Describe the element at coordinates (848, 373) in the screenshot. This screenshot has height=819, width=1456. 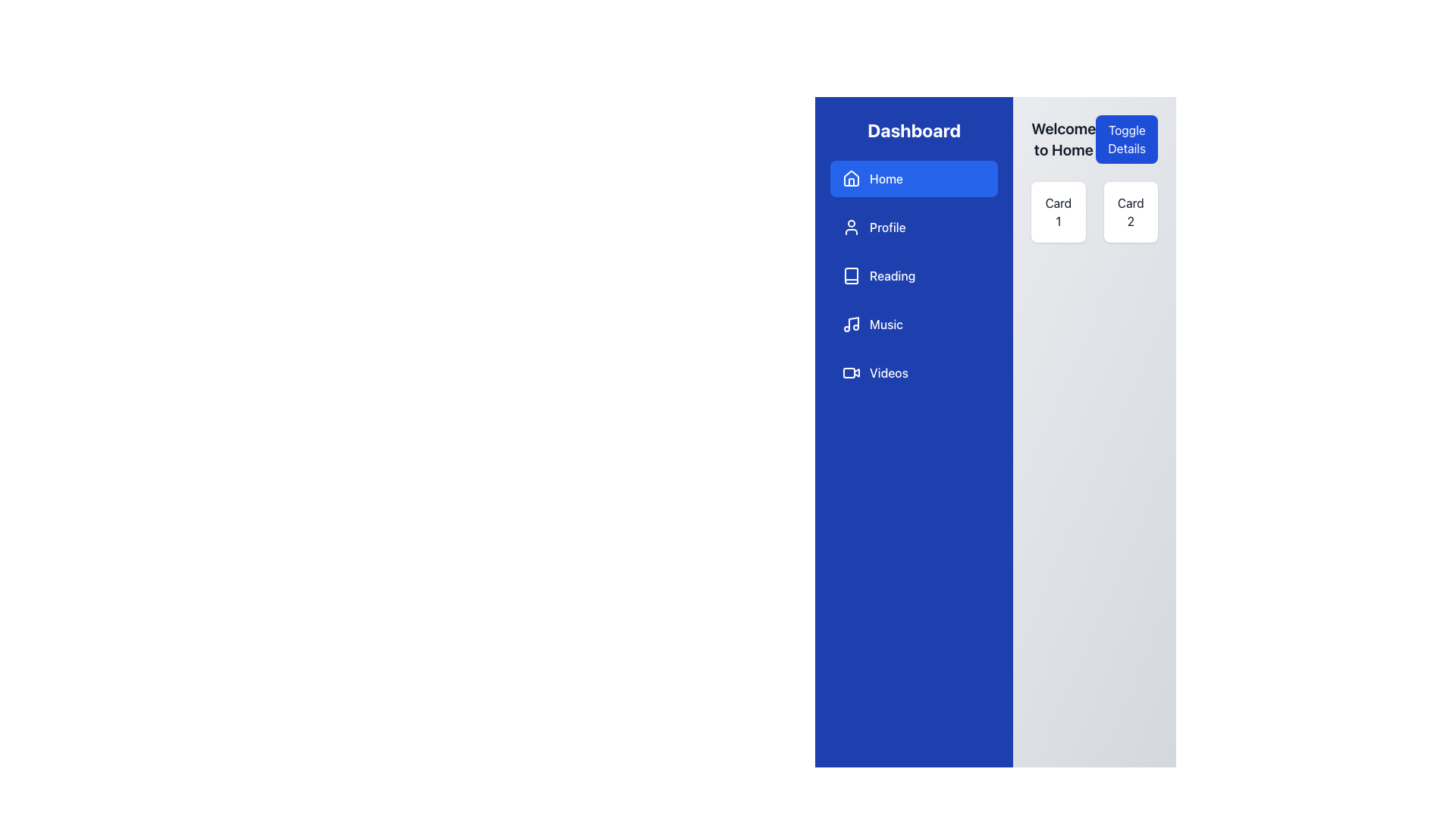
I see `the blue rectangular shape with rounded corners that represents the video icon under the 'Videos' menu option in the sidebar` at that location.